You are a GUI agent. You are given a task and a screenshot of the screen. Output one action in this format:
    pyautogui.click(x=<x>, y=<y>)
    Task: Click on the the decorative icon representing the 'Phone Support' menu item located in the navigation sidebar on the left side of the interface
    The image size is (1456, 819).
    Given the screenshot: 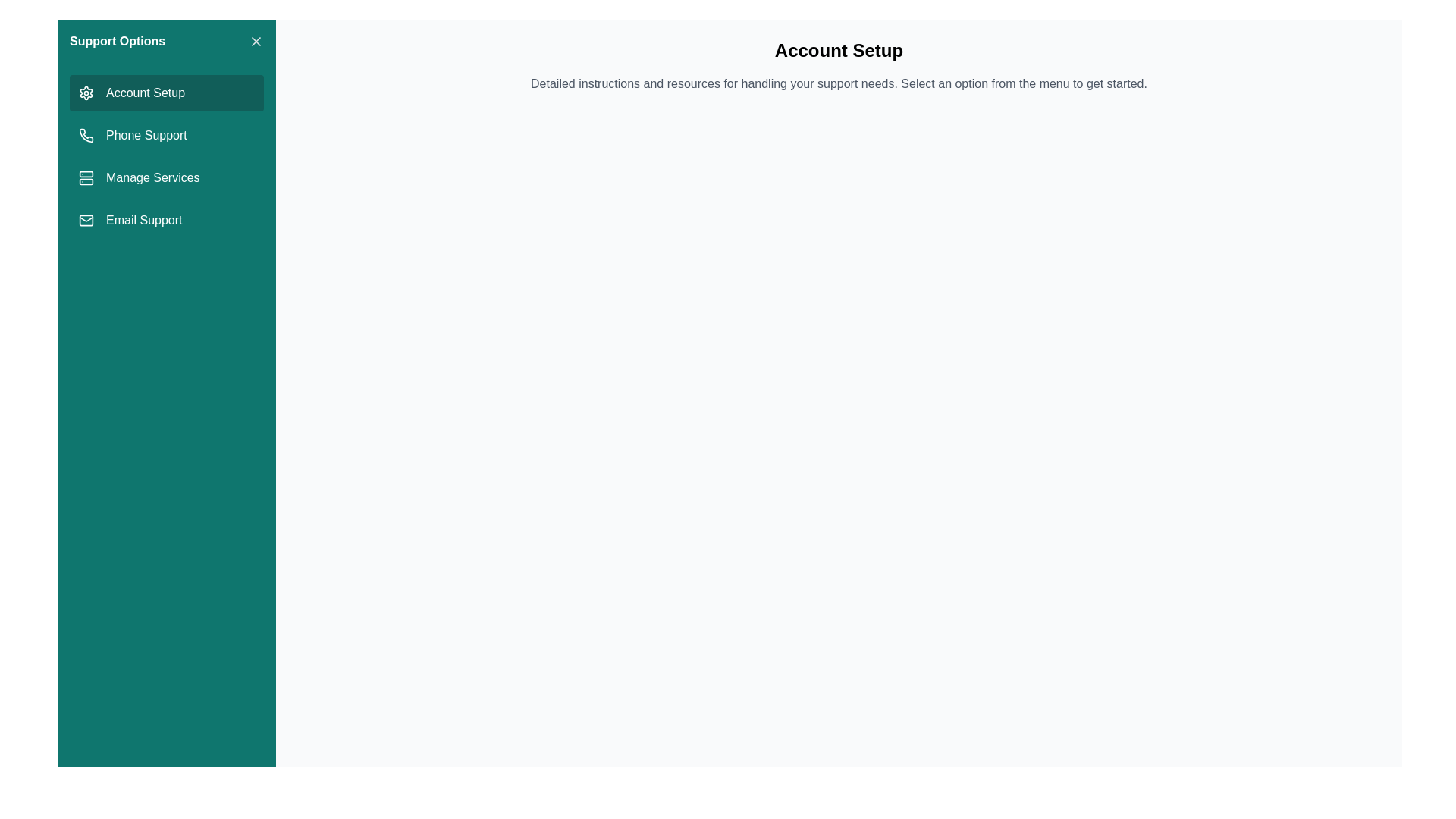 What is the action you would take?
    pyautogui.click(x=86, y=134)
    